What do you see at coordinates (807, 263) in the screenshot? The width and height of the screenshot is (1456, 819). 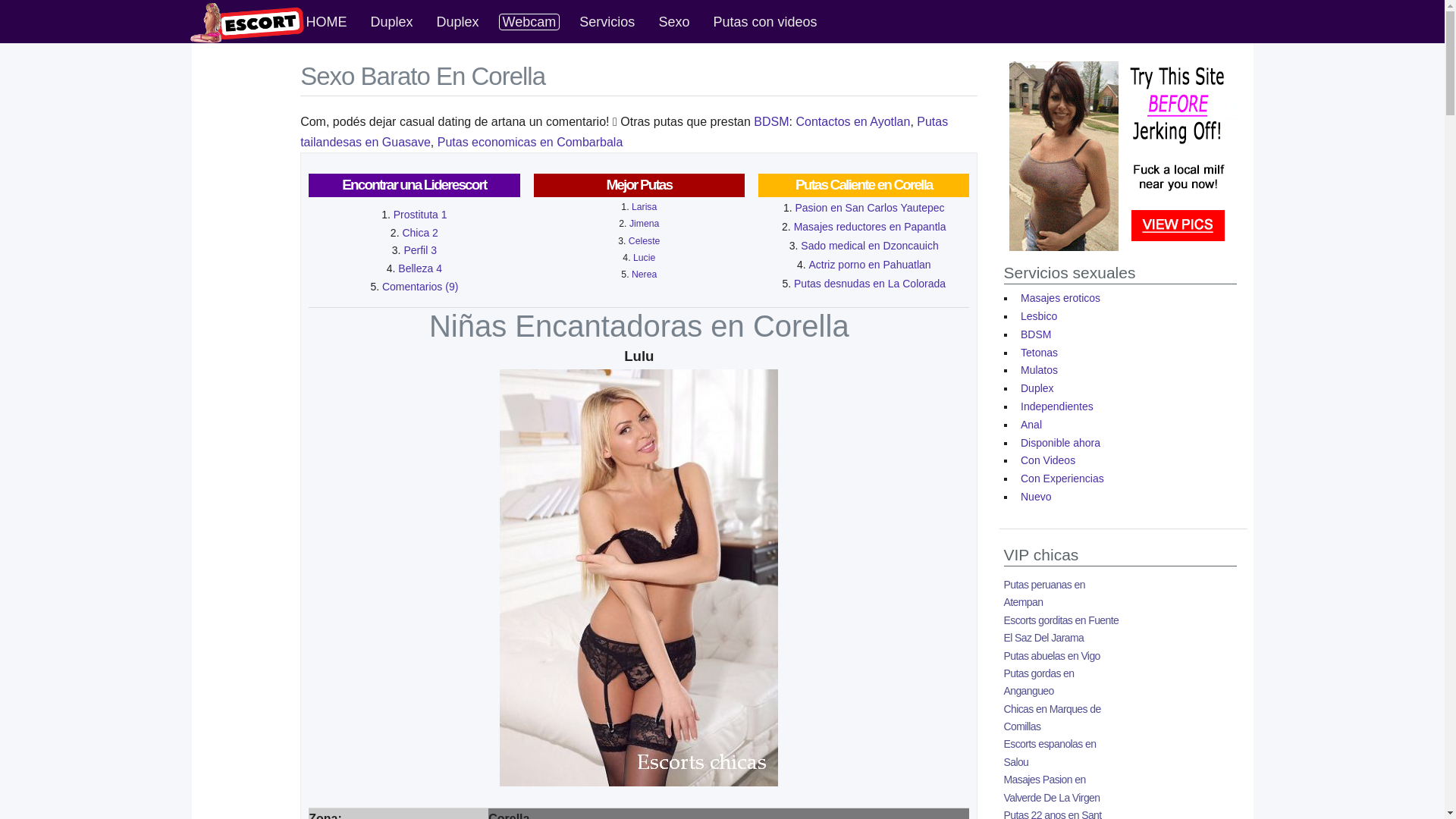 I see `'Actriz porno en Pahuatlan'` at bounding box center [807, 263].